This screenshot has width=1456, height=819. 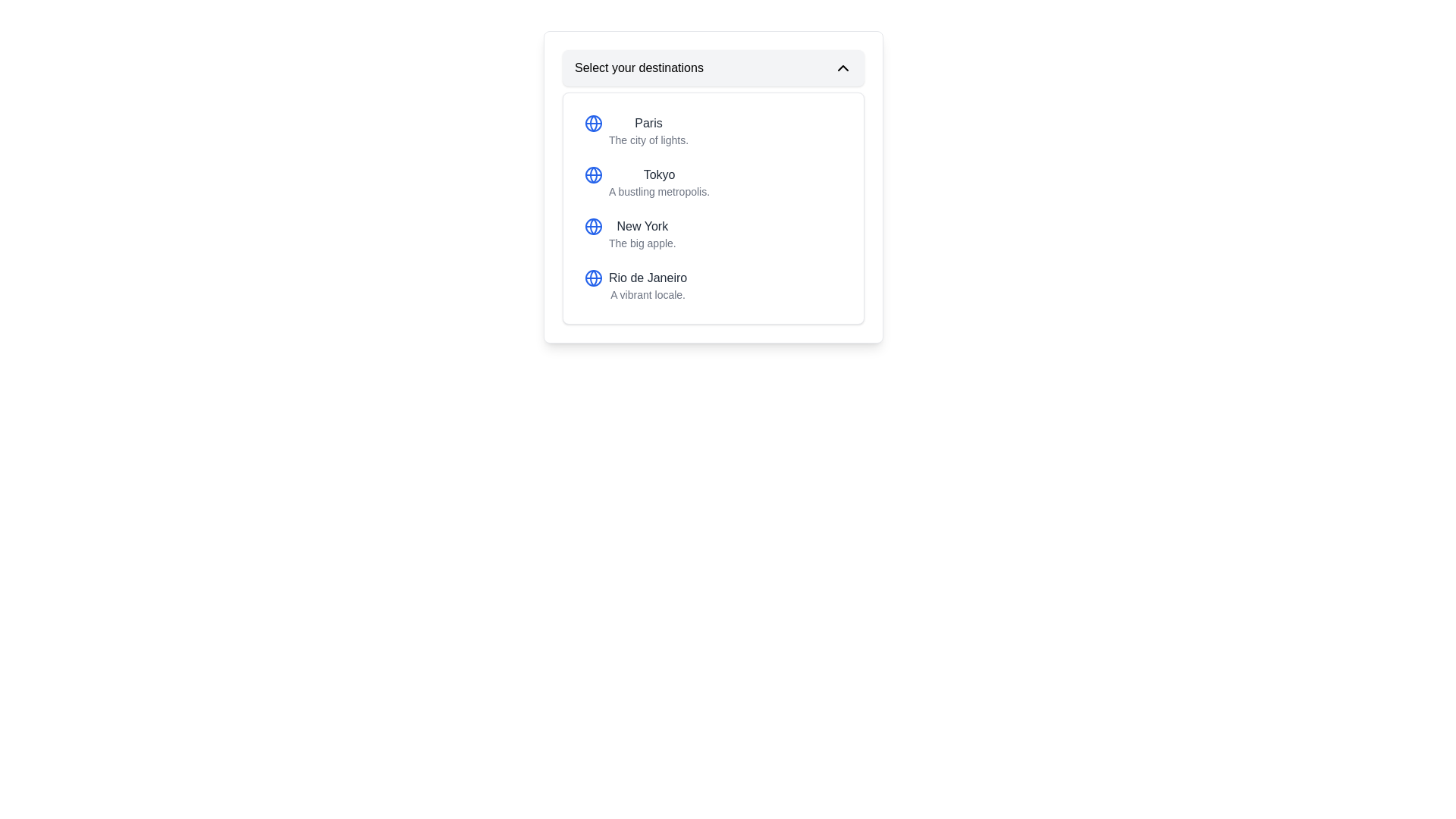 I want to click on the text content block titled 'Tokyo', so click(x=659, y=181).